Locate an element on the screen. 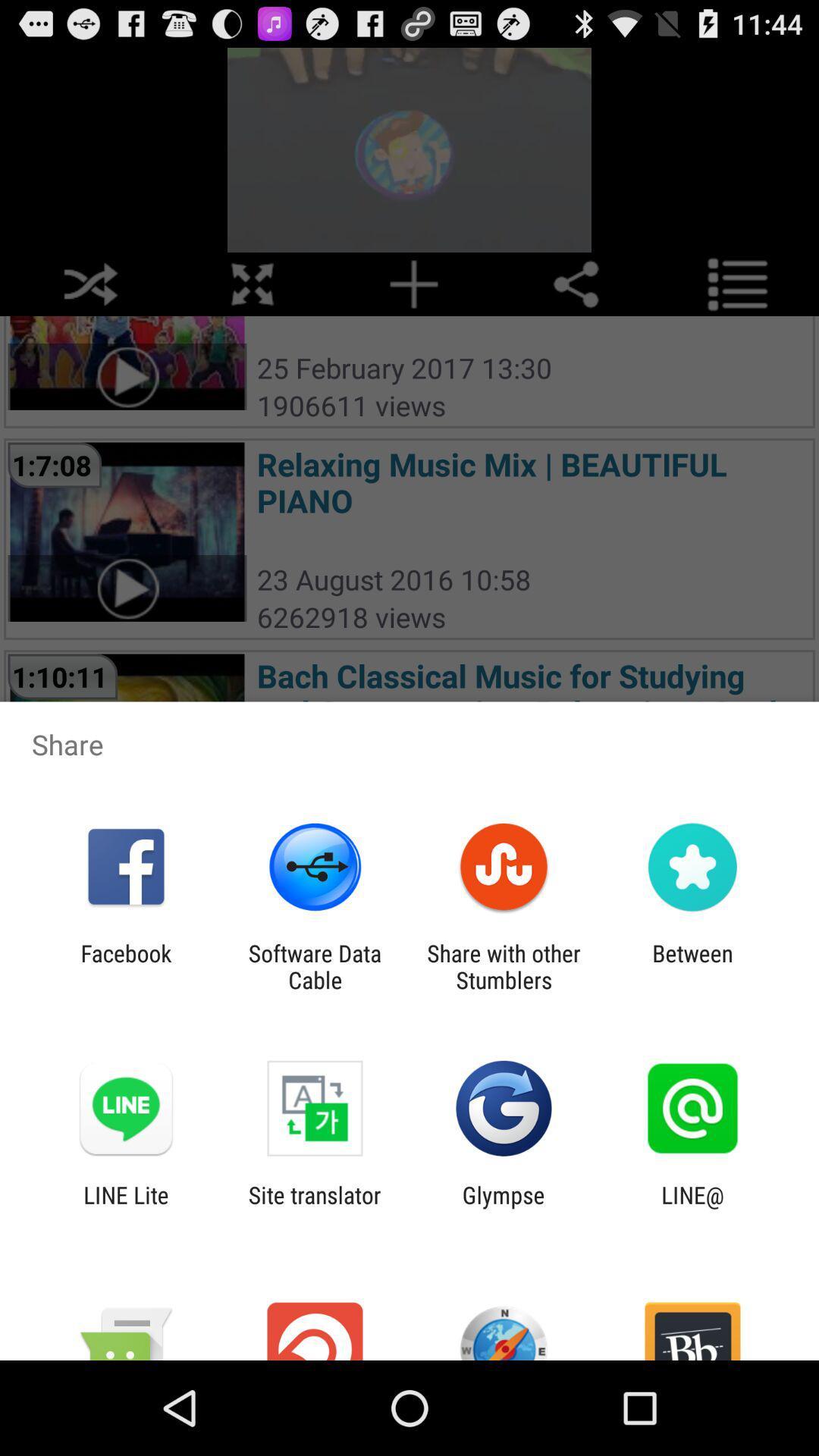  facebook item is located at coordinates (125, 966).